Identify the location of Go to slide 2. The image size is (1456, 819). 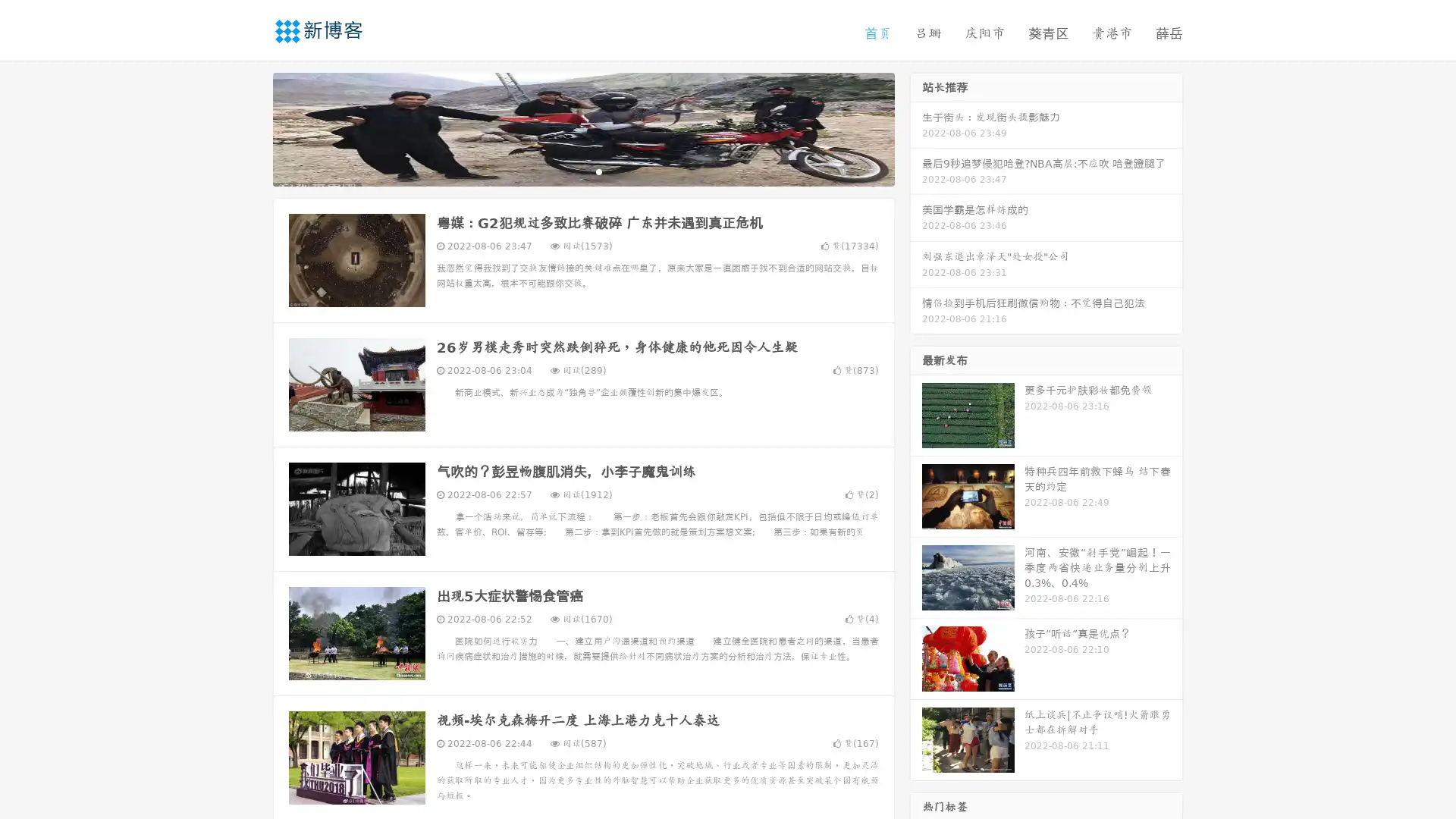
(582, 171).